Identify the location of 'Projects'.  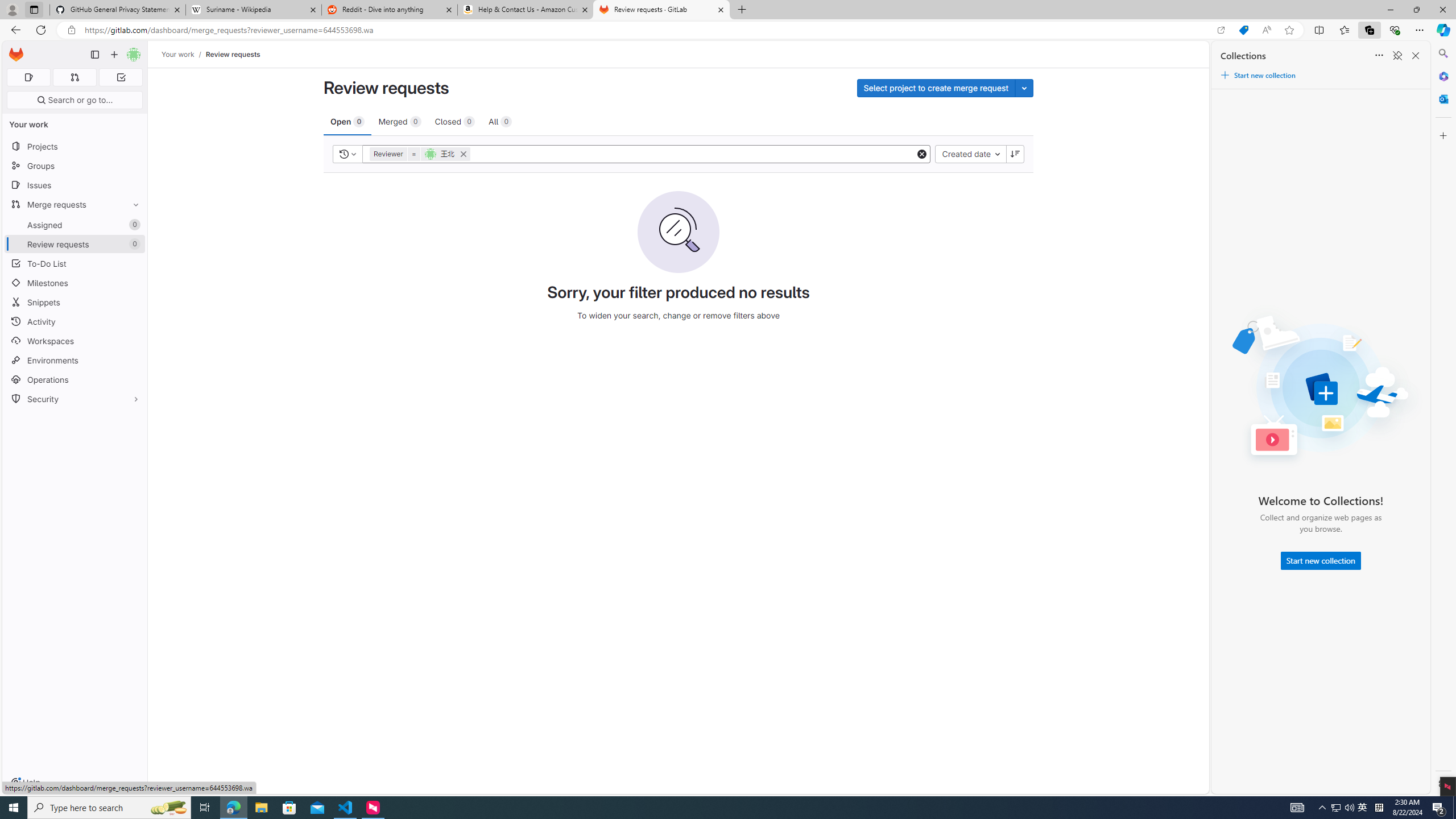
(74, 146).